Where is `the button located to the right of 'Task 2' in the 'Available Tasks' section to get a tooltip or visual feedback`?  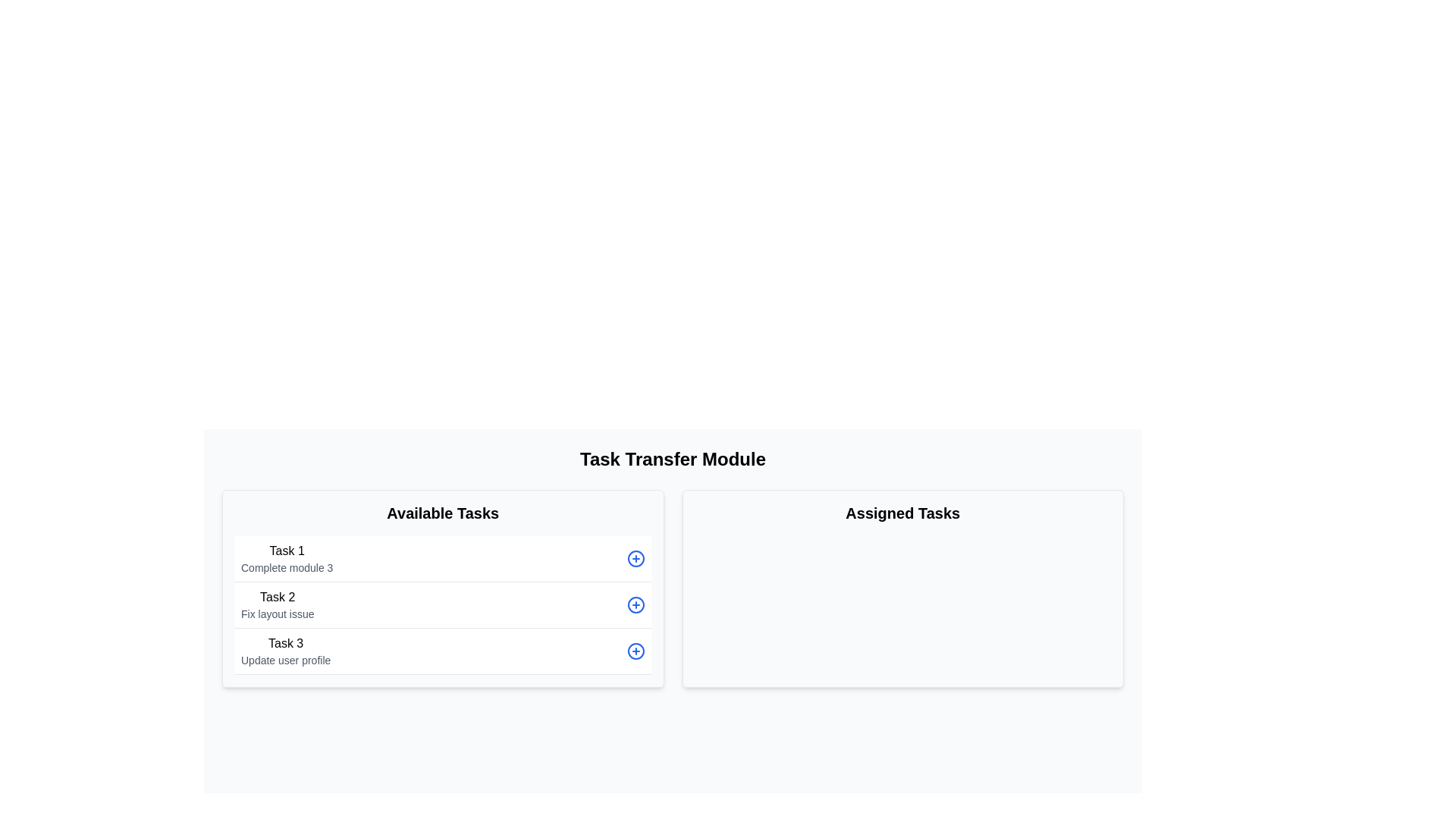 the button located to the right of 'Task 2' in the 'Available Tasks' section to get a tooltip or visual feedback is located at coordinates (635, 604).